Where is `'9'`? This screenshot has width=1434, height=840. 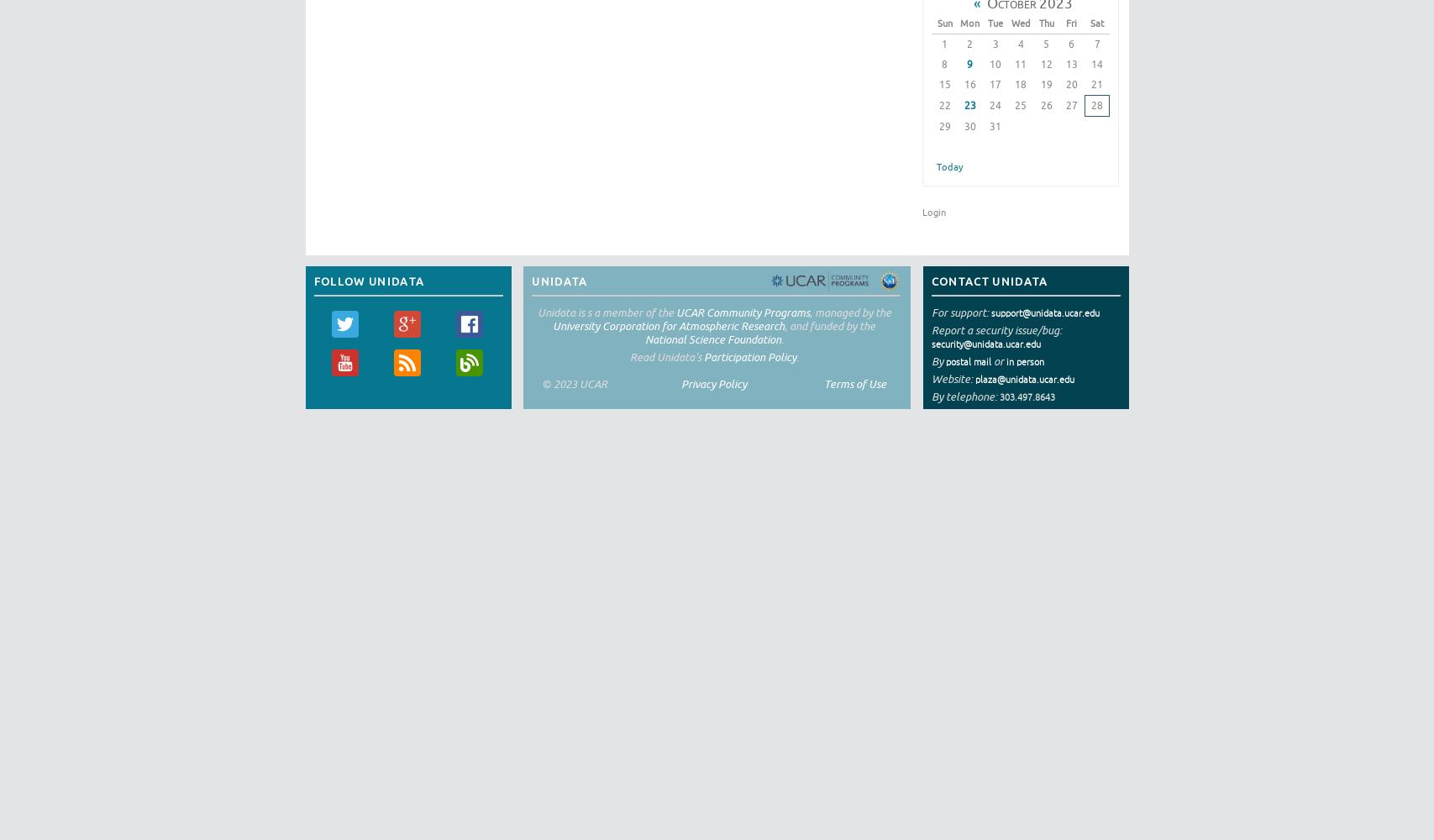 '9' is located at coordinates (966, 62).